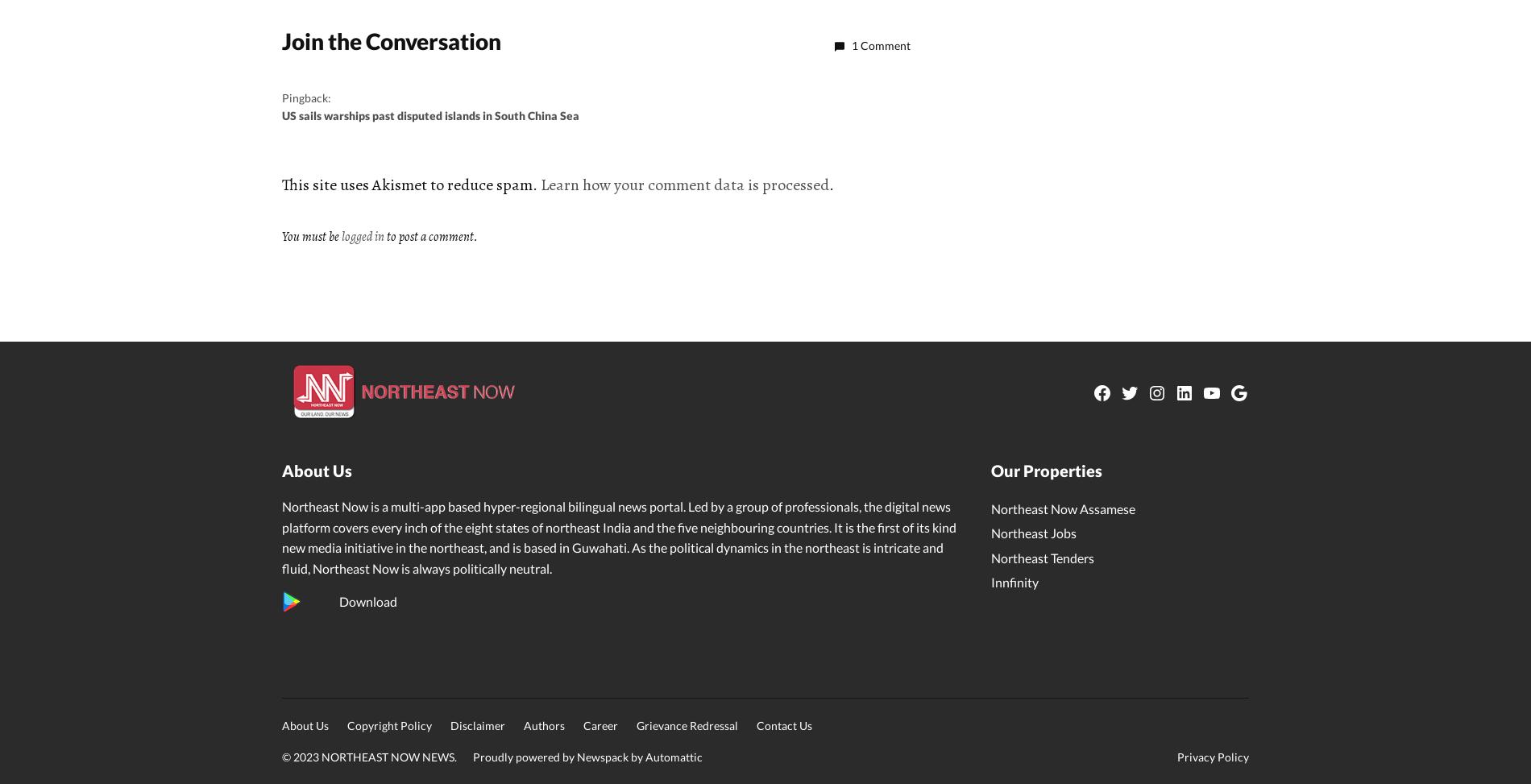  What do you see at coordinates (1213, 756) in the screenshot?
I see `'Privacy Policy'` at bounding box center [1213, 756].